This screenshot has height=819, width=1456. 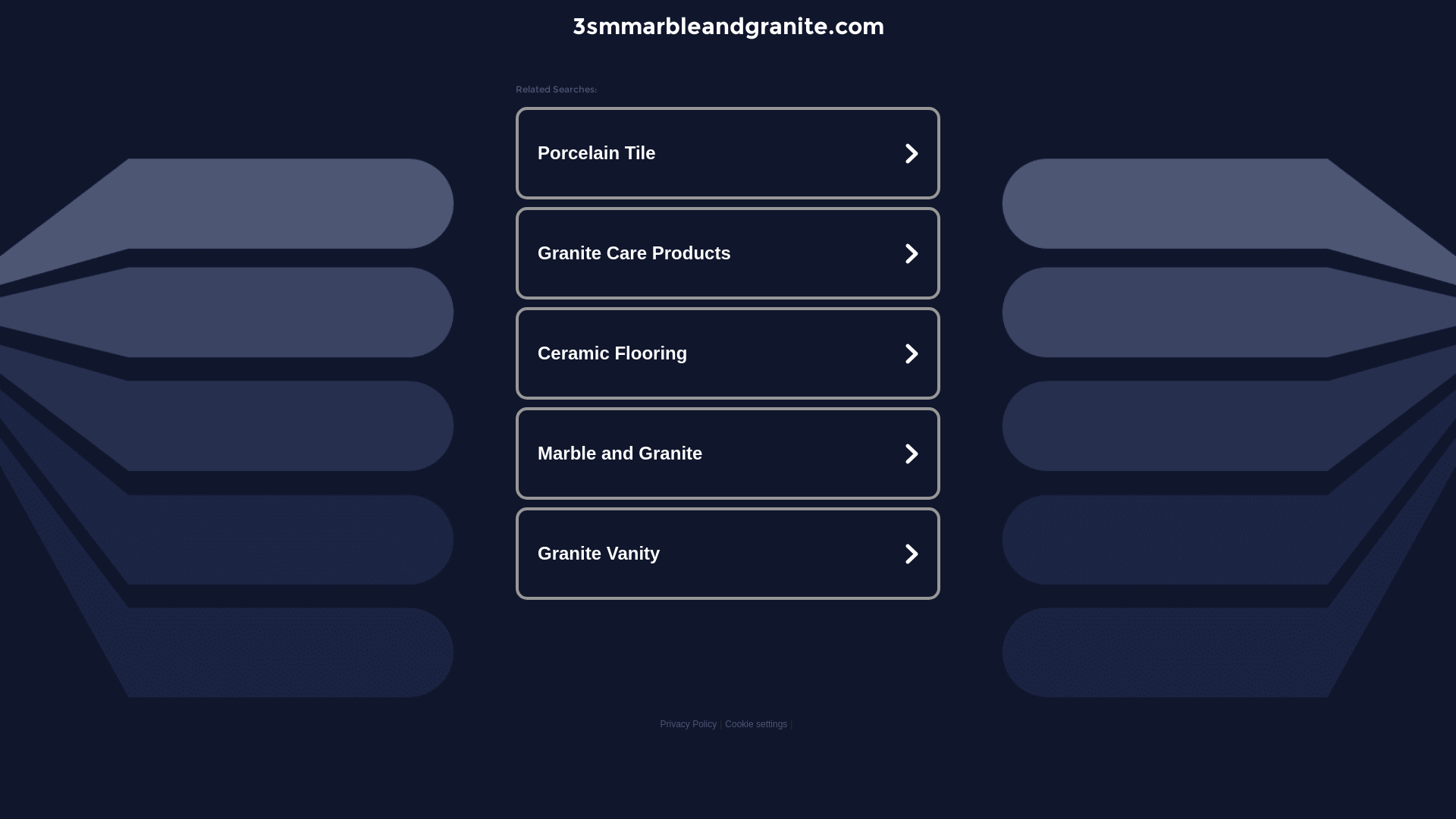 I want to click on 'Granite Care Products', so click(x=728, y=253).